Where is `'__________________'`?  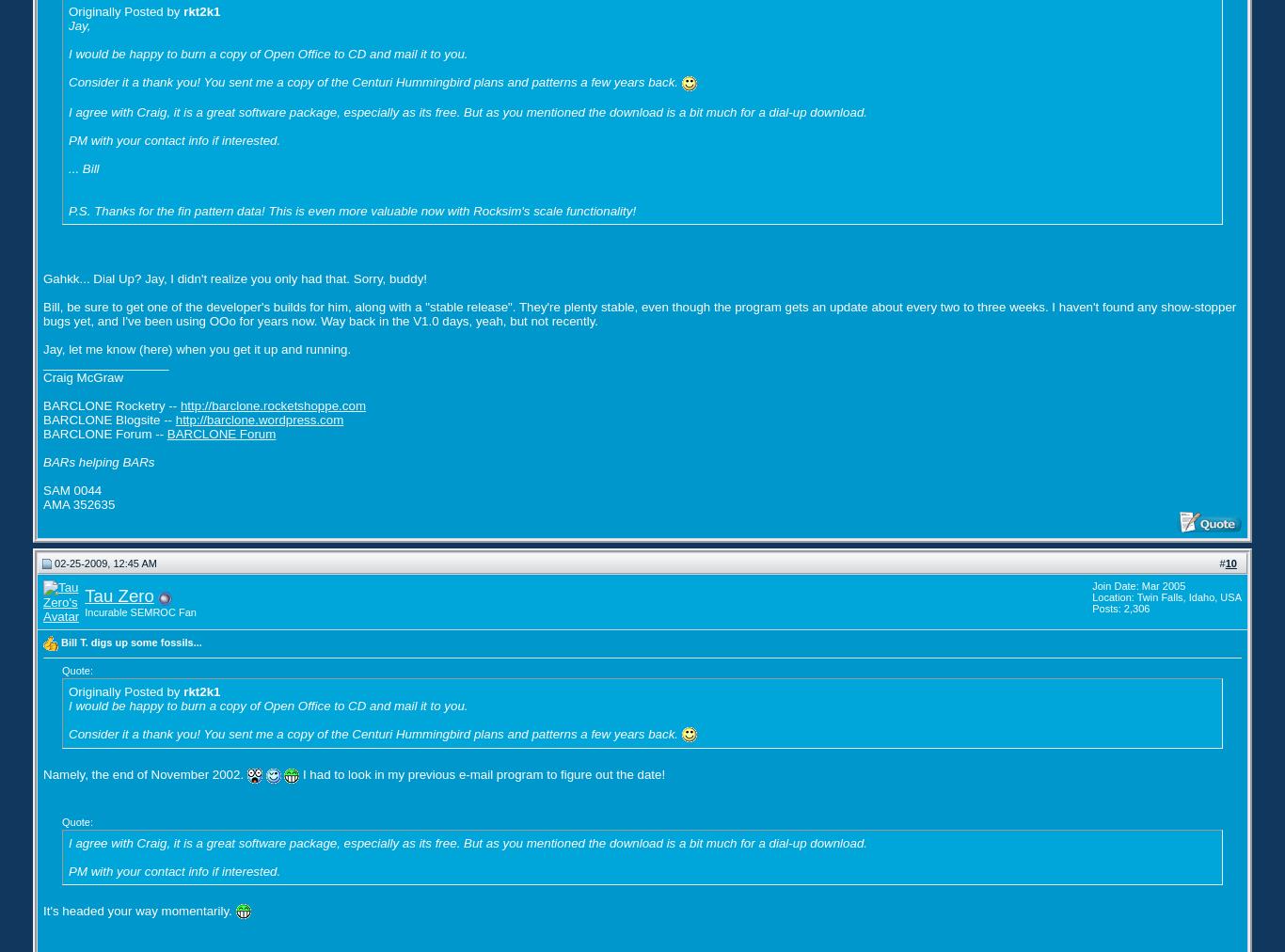 '__________________' is located at coordinates (105, 362).